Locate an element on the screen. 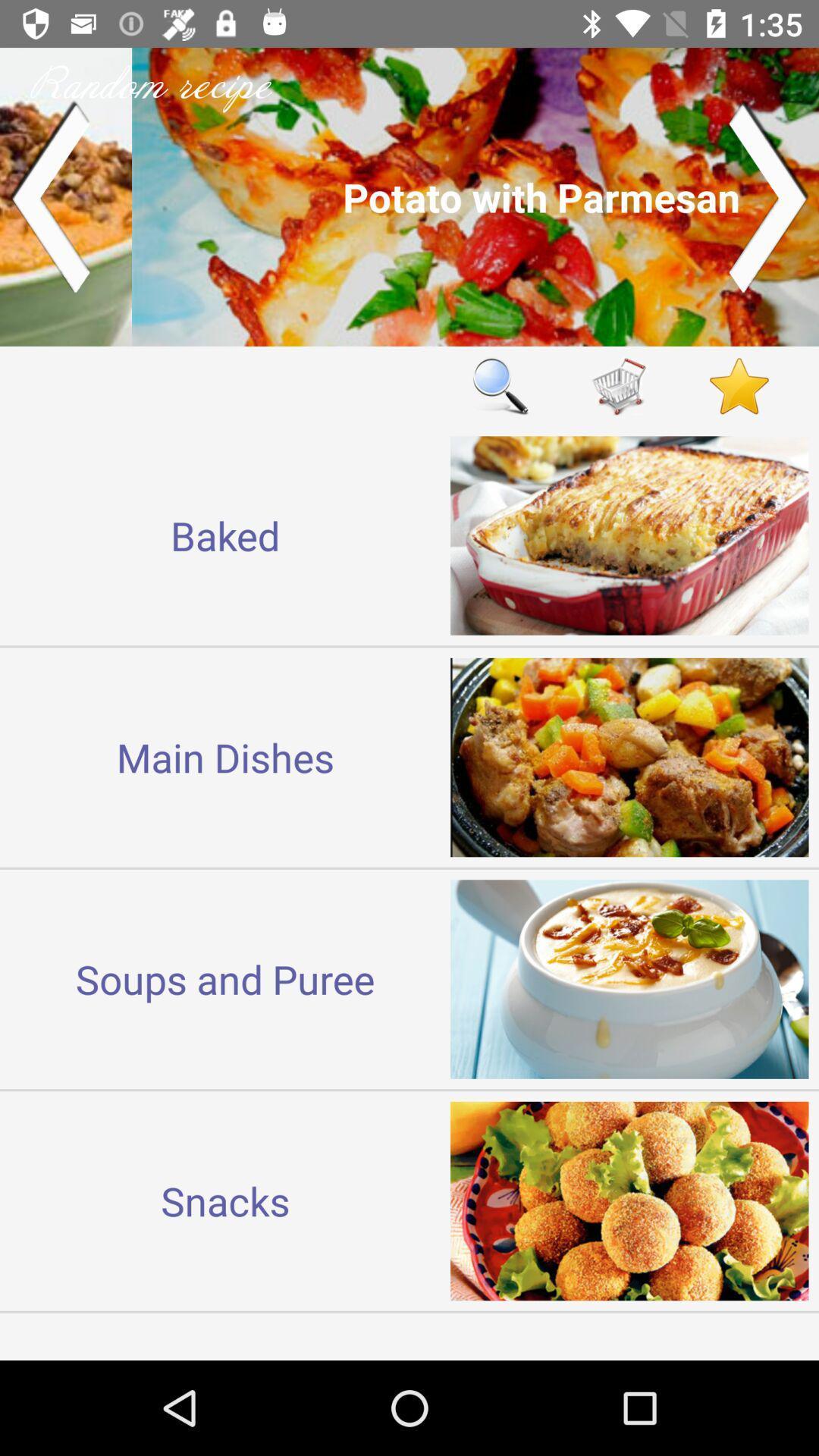 The height and width of the screenshot is (1456, 819). the baked item is located at coordinates (225, 535).